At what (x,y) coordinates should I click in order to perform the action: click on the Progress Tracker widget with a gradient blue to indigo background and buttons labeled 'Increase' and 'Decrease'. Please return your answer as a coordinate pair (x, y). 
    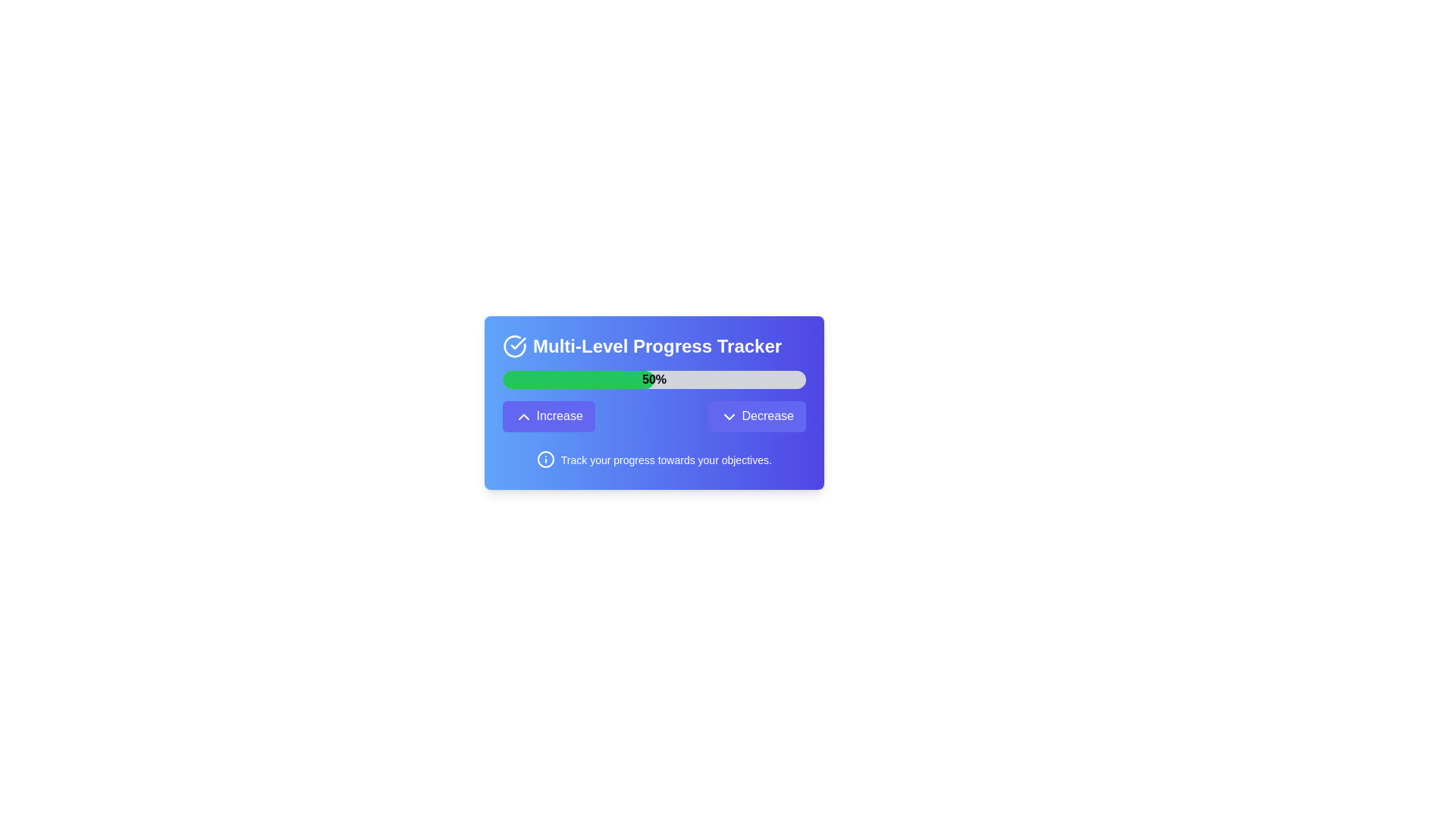
    Looking at the image, I should click on (654, 402).